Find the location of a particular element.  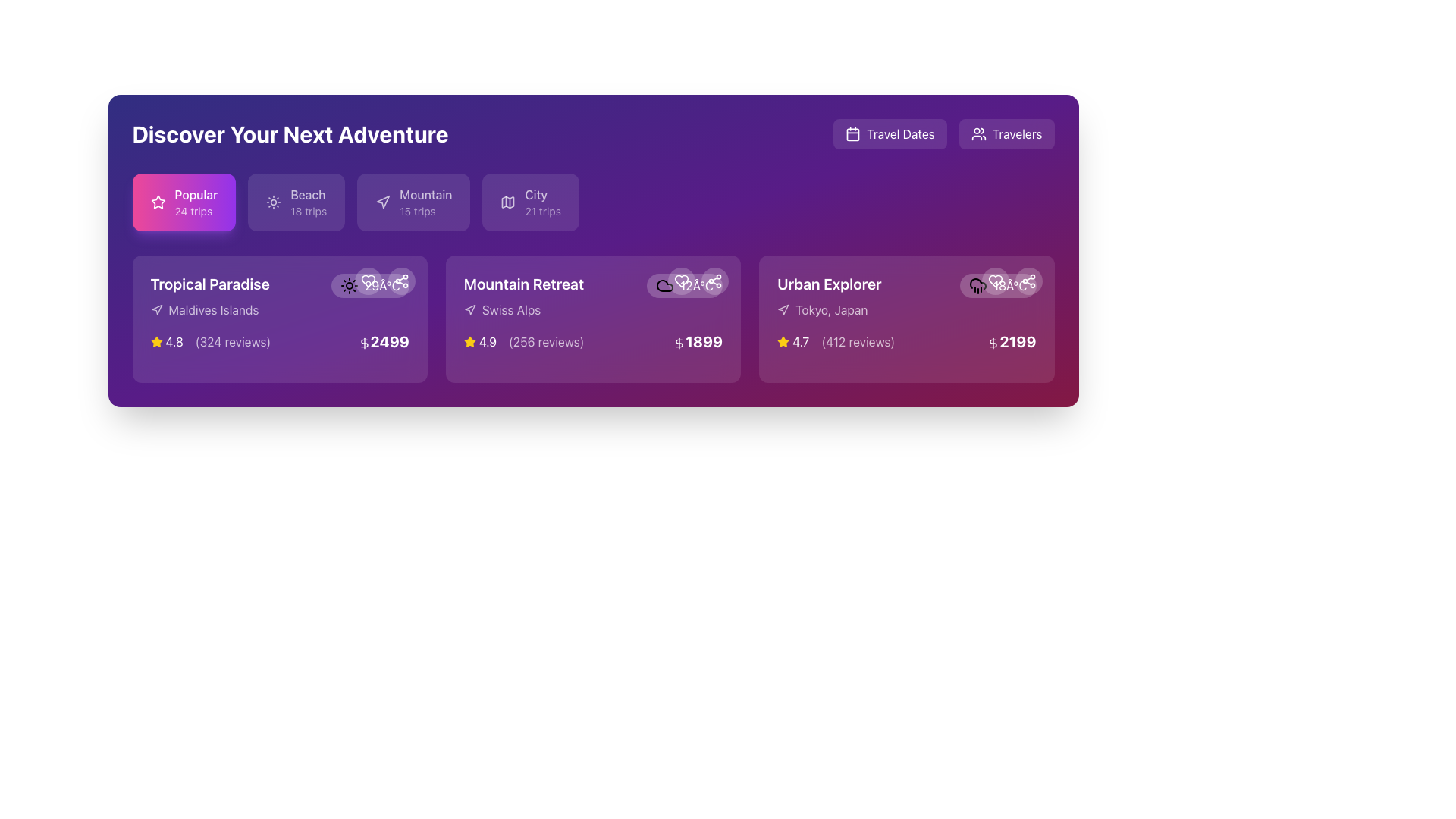

the circular share button with a semi-transparent white background and share symbol icon located at the top-right corner, next to the heart-shaped button to share content is located at coordinates (401, 281).